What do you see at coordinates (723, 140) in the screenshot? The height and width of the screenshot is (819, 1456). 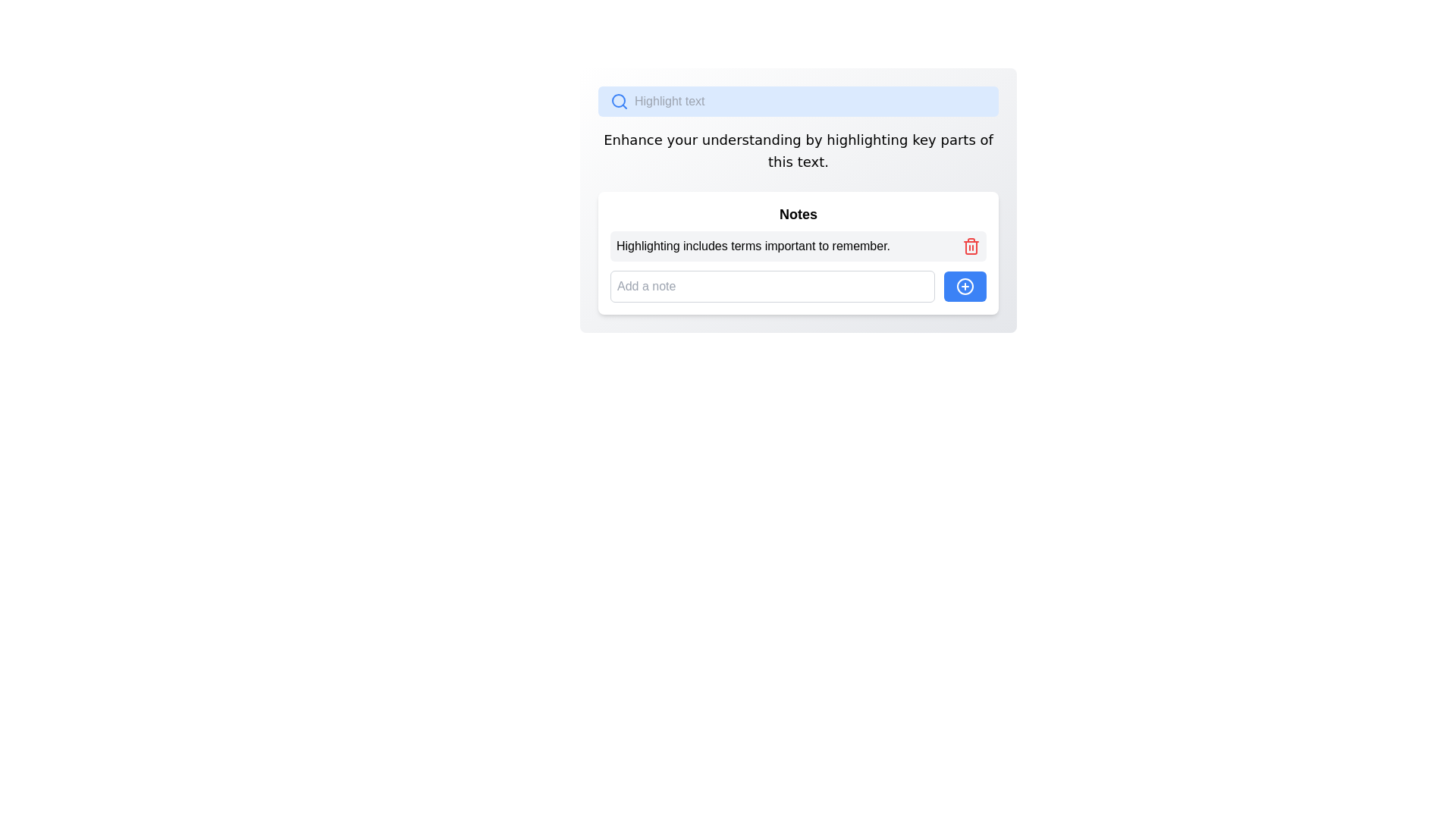 I see `the letter 'd' which is displayed in plain text as part of the sentence 'Enhance your understanding by highlighting key parts of this text.'` at bounding box center [723, 140].